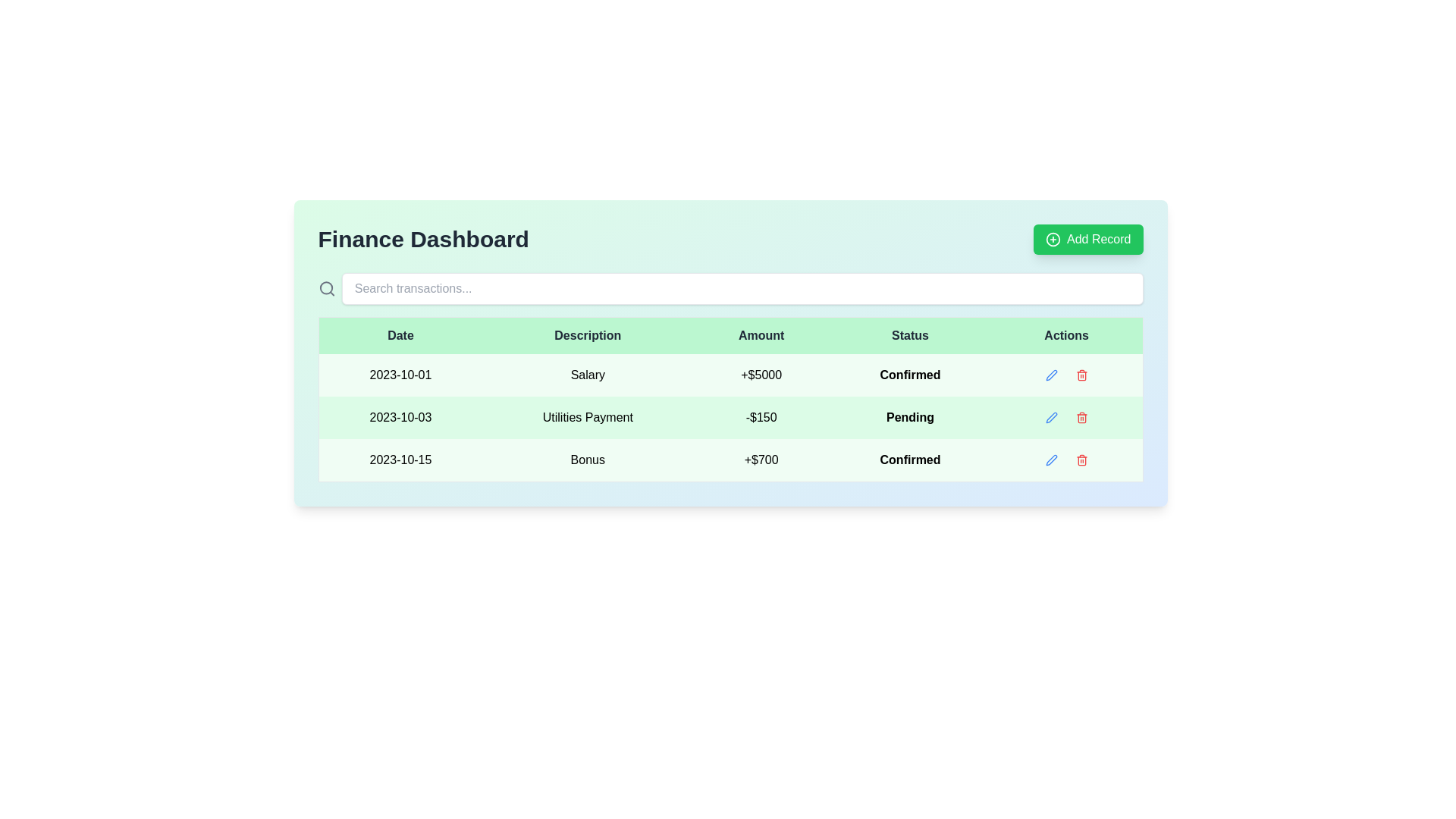 This screenshot has height=819, width=1456. I want to click on the Vector icon (pen icon) in the 'Actions' column of the table, specifically in the second row corresponding to the 'Utilities Payment' record, so click(1050, 375).